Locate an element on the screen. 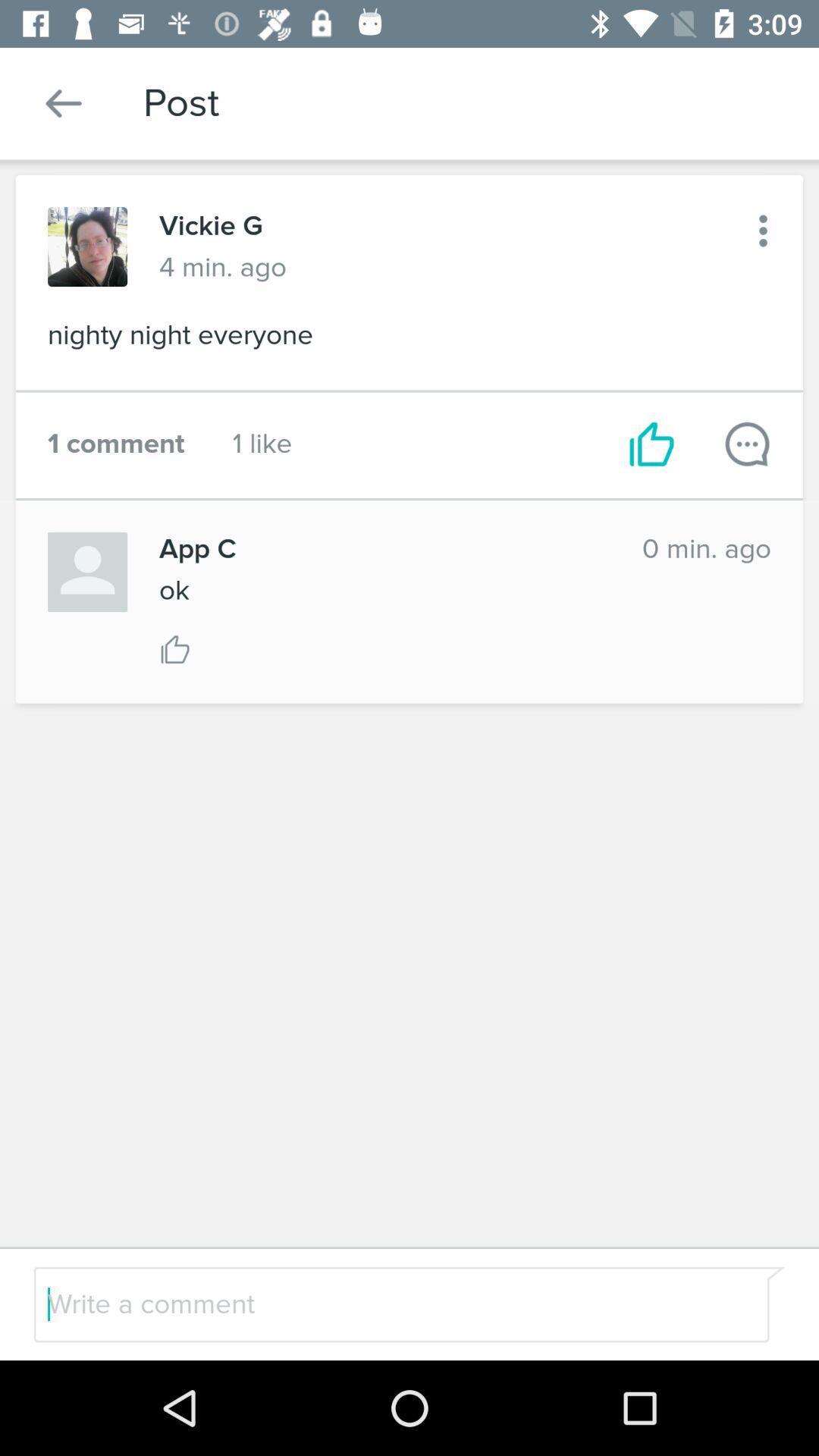 This screenshot has width=819, height=1456. no picture uploaded is located at coordinates (87, 571).